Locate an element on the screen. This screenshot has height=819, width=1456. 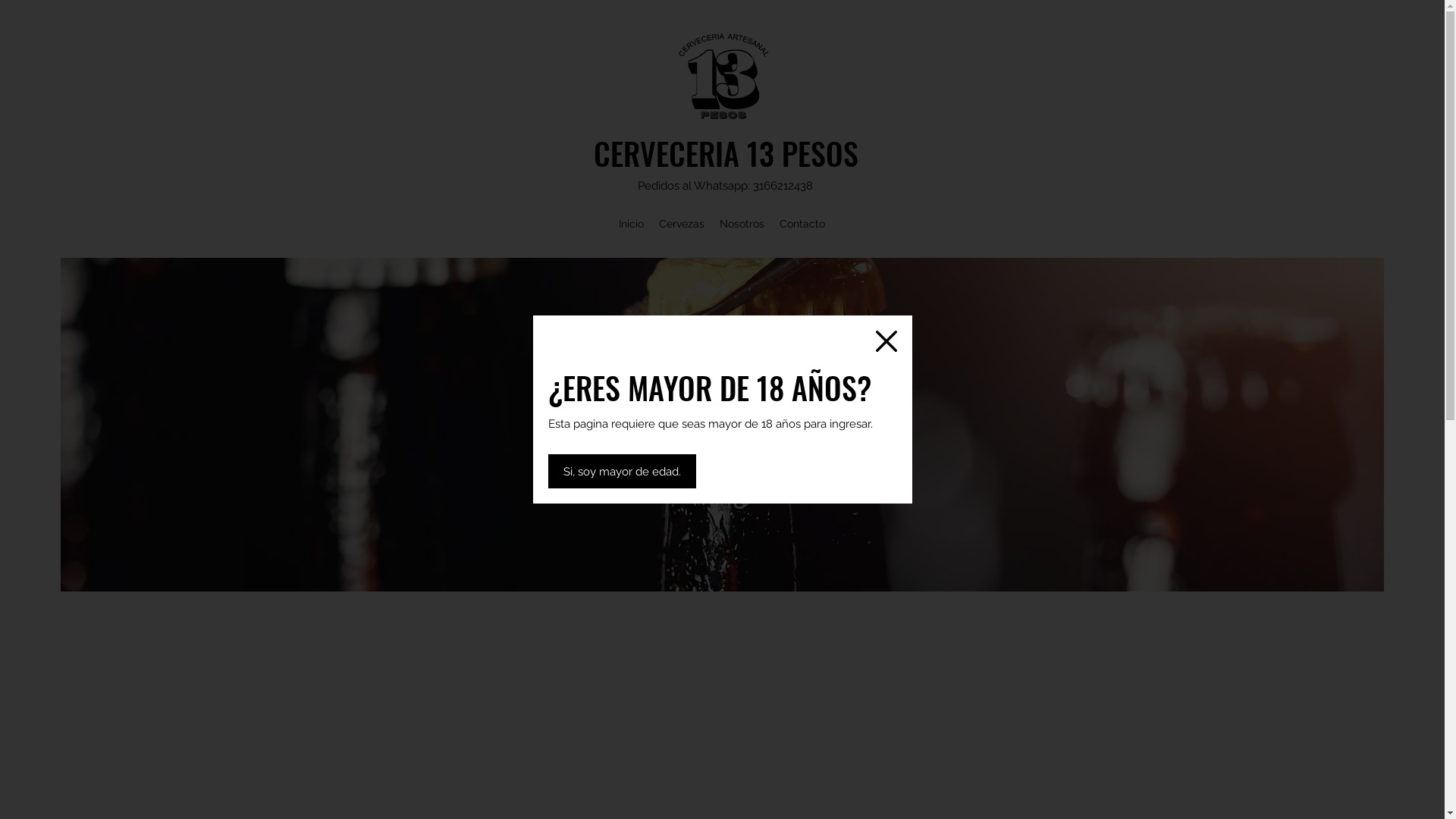
'Cervezas' is located at coordinates (680, 223).